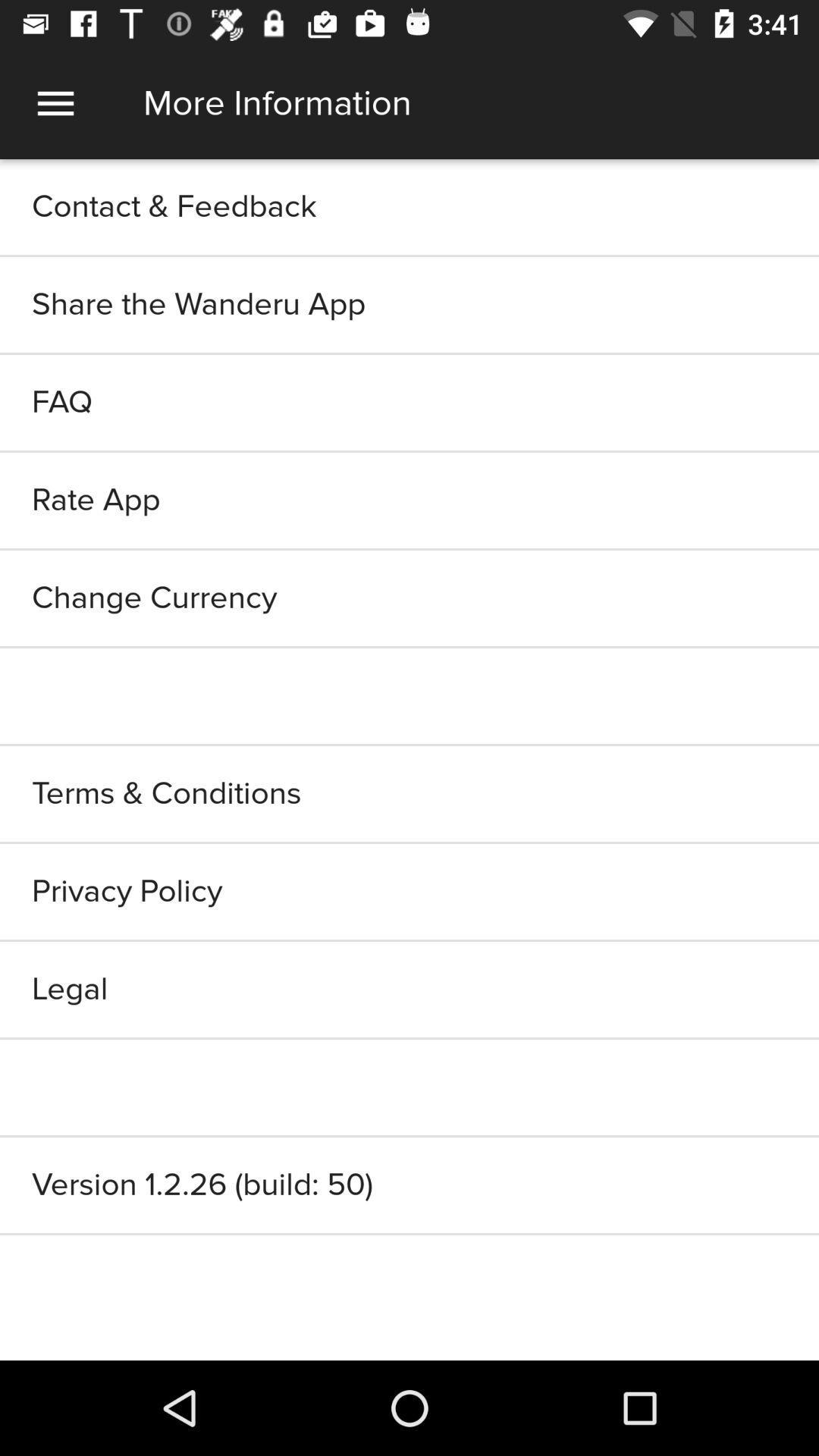  What do you see at coordinates (409, 206) in the screenshot?
I see `the icon above share the wanderu icon` at bounding box center [409, 206].